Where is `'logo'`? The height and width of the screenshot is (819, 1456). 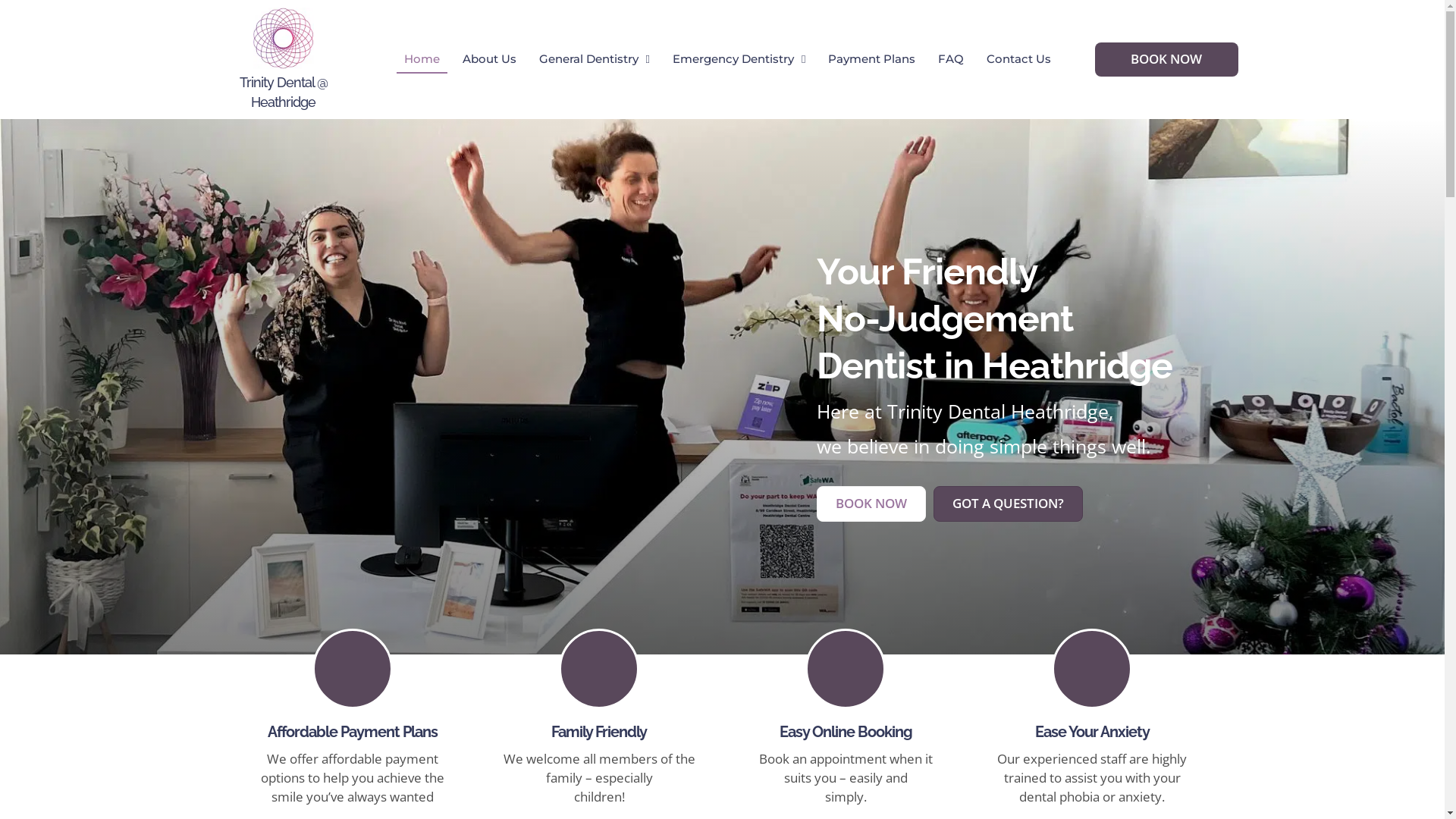 'logo' is located at coordinates (284, 37).